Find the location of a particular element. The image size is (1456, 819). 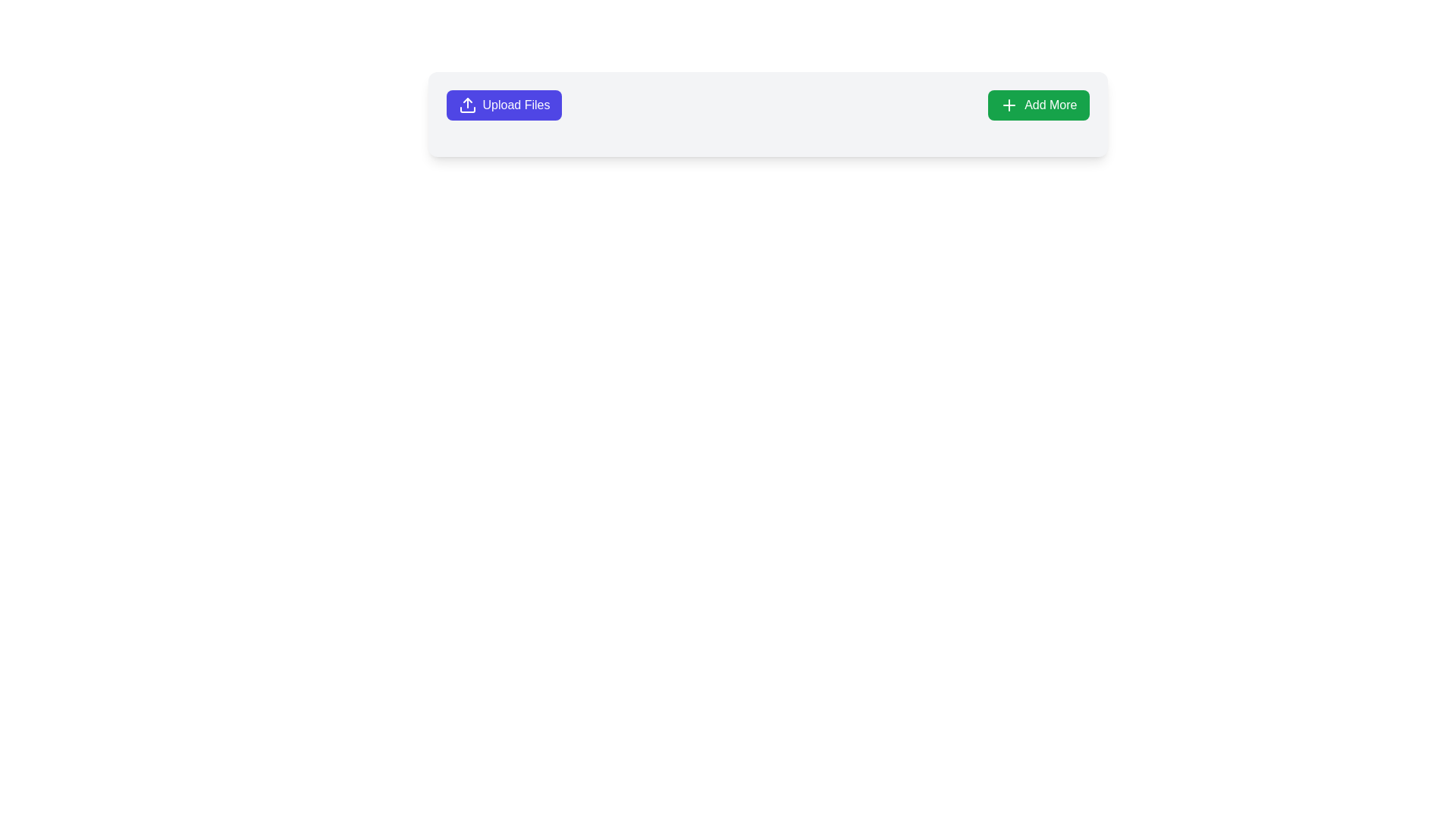

the white '+' icon located on the green circular background, which is the leftmost element of the 'Add More' button is located at coordinates (1009, 104).